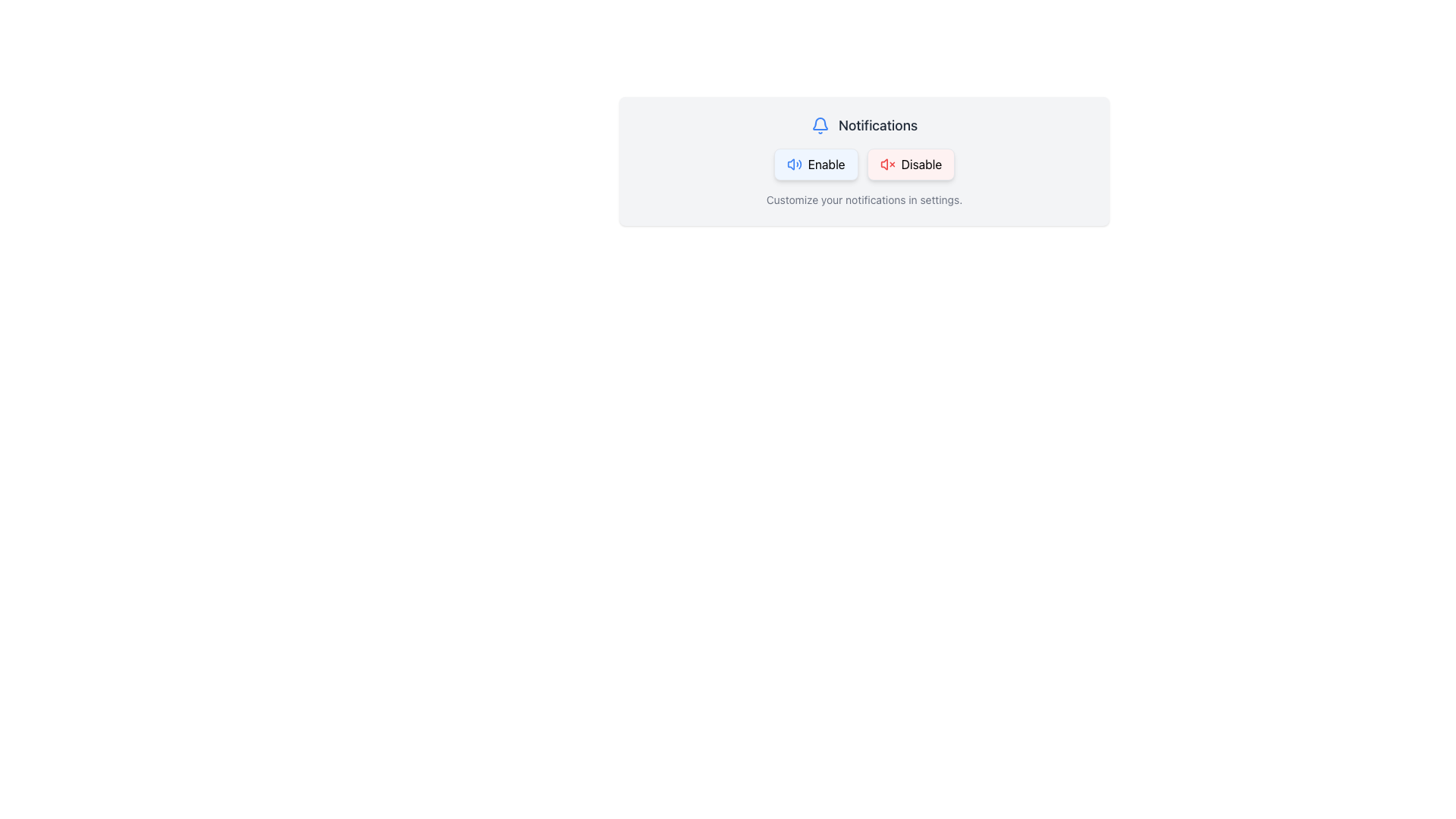 This screenshot has height=819, width=1456. Describe the element at coordinates (910, 164) in the screenshot. I see `the 'Disable Notifications' button located to the right of the 'Enable' button in the 'Notifications' section` at that location.